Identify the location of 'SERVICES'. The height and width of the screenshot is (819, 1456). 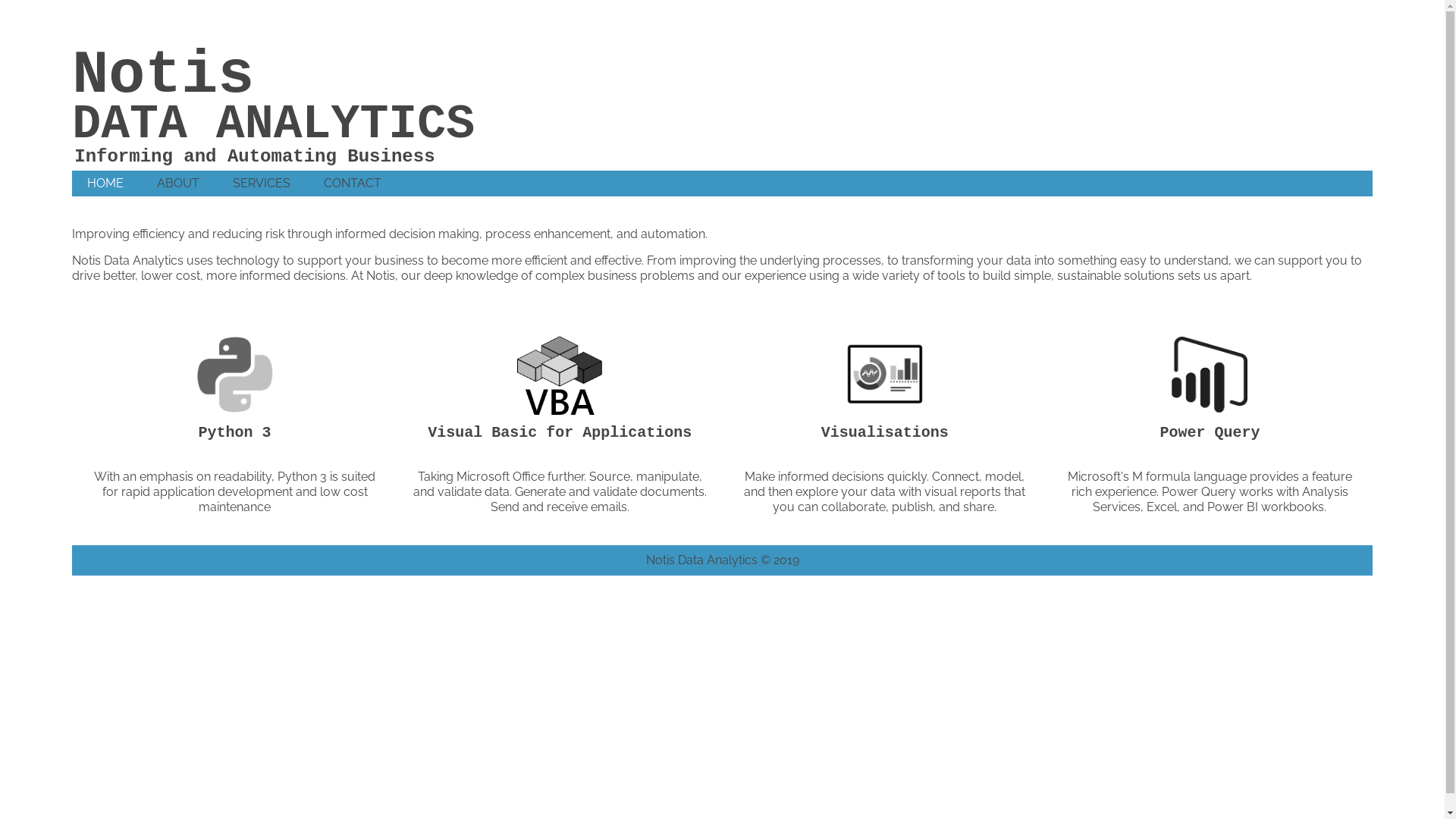
(262, 182).